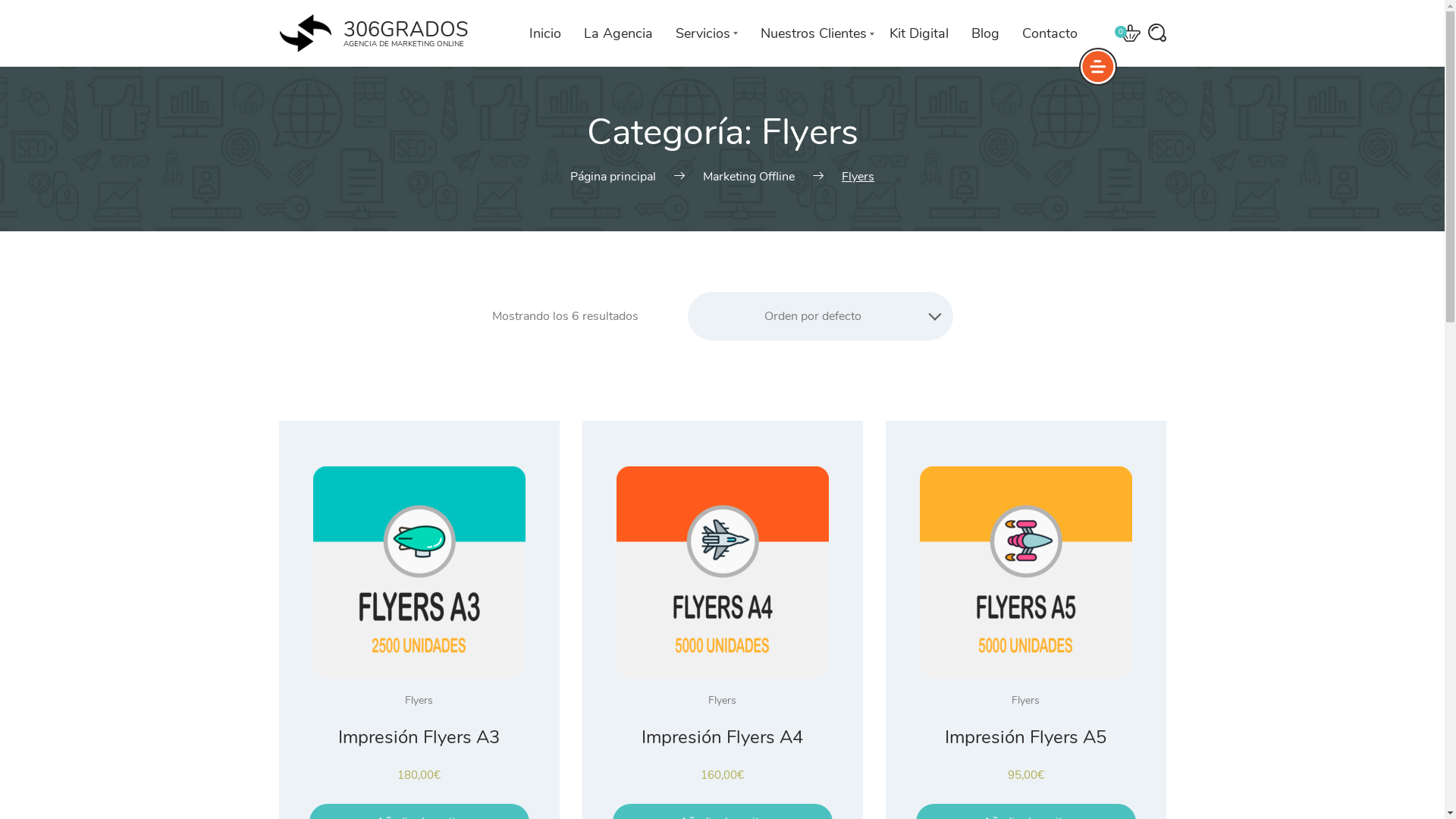 The height and width of the screenshot is (819, 1456). What do you see at coordinates (1049, 33) in the screenshot?
I see `'Contacto'` at bounding box center [1049, 33].